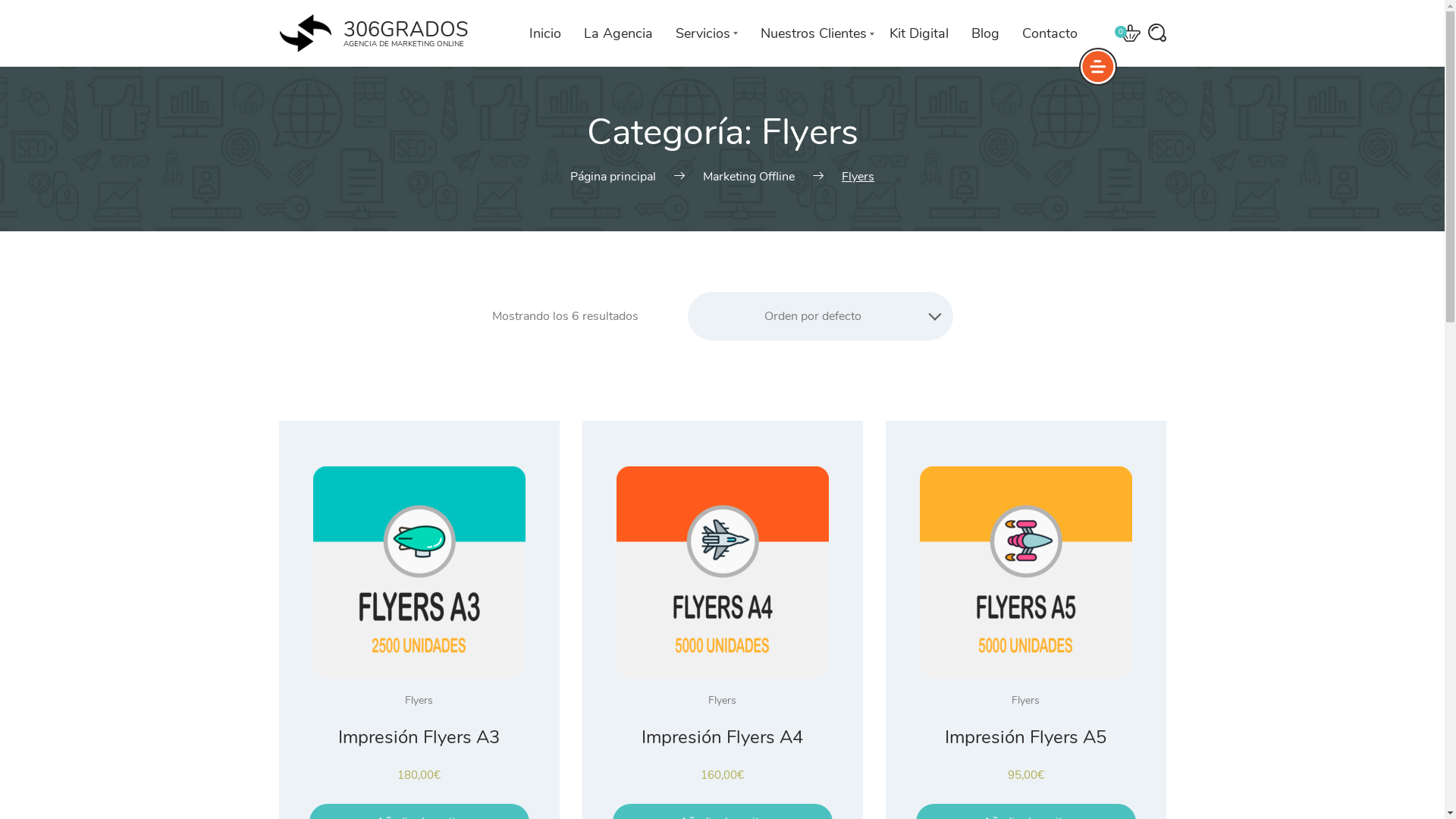 The height and width of the screenshot is (819, 1456). What do you see at coordinates (1049, 33) in the screenshot?
I see `'Contacto'` at bounding box center [1049, 33].